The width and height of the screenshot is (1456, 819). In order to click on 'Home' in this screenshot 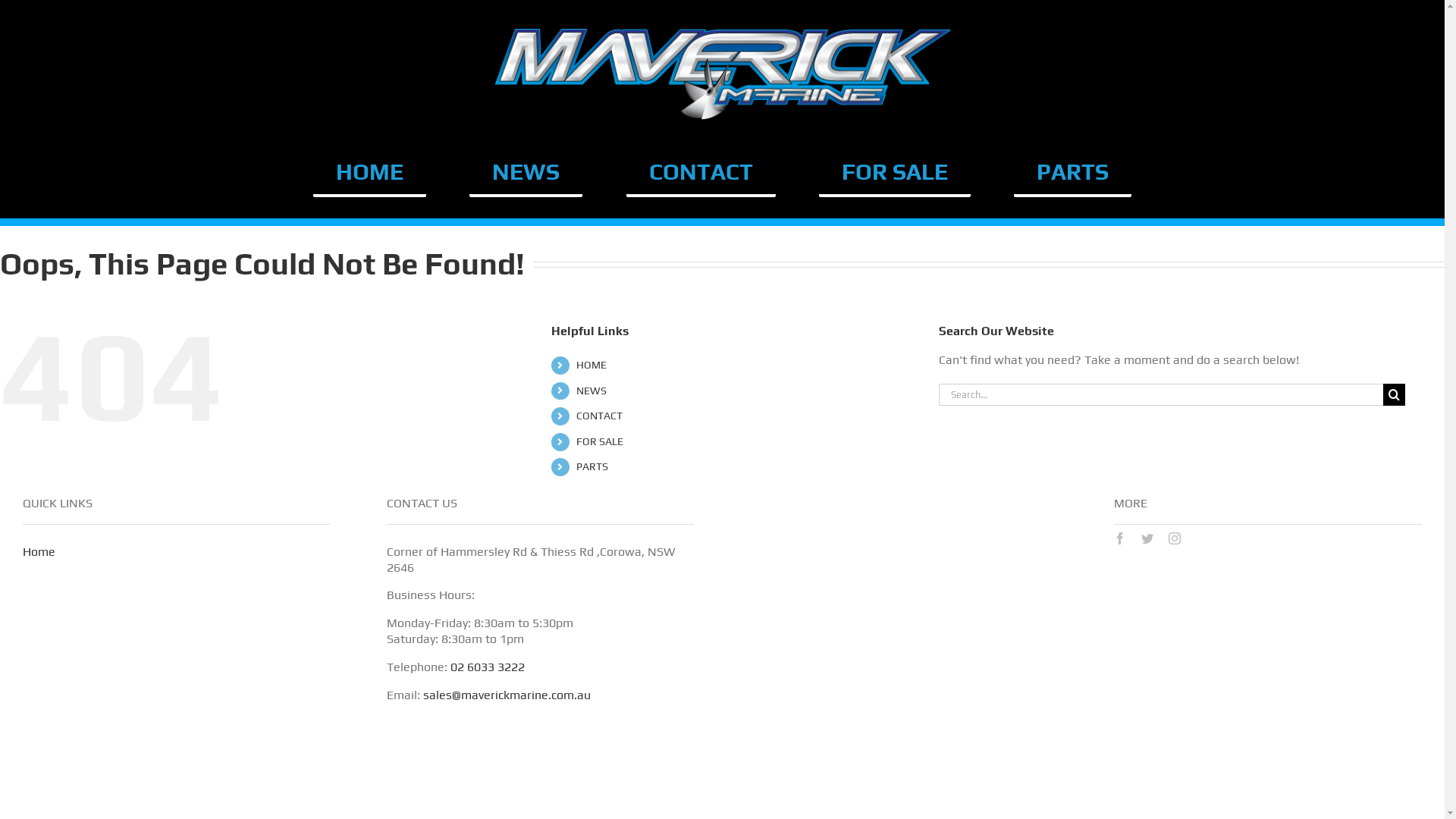, I will do `click(39, 551)`.